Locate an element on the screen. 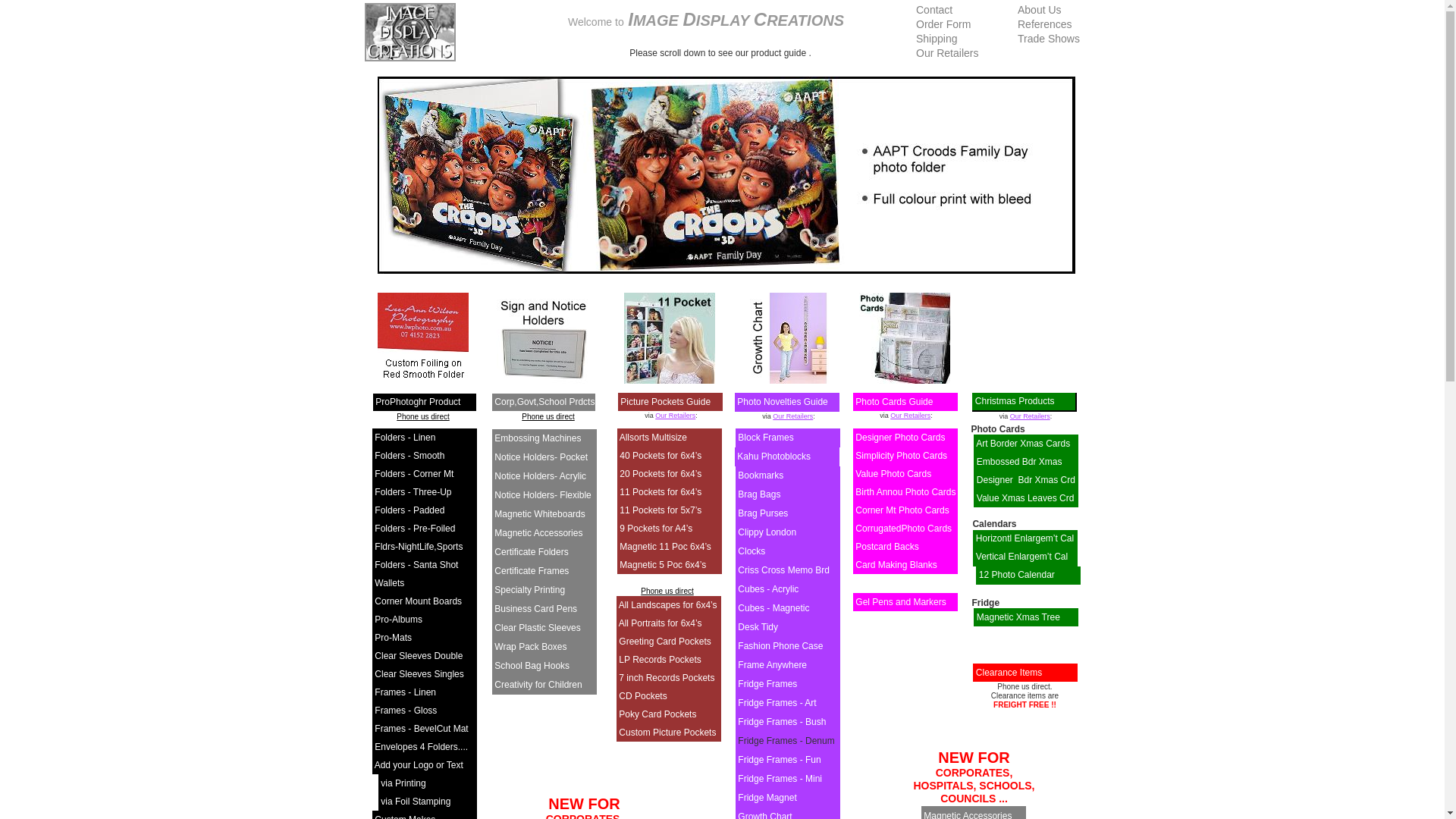 The width and height of the screenshot is (1456, 819). 'Designer Photo Cards' is located at coordinates (899, 438).